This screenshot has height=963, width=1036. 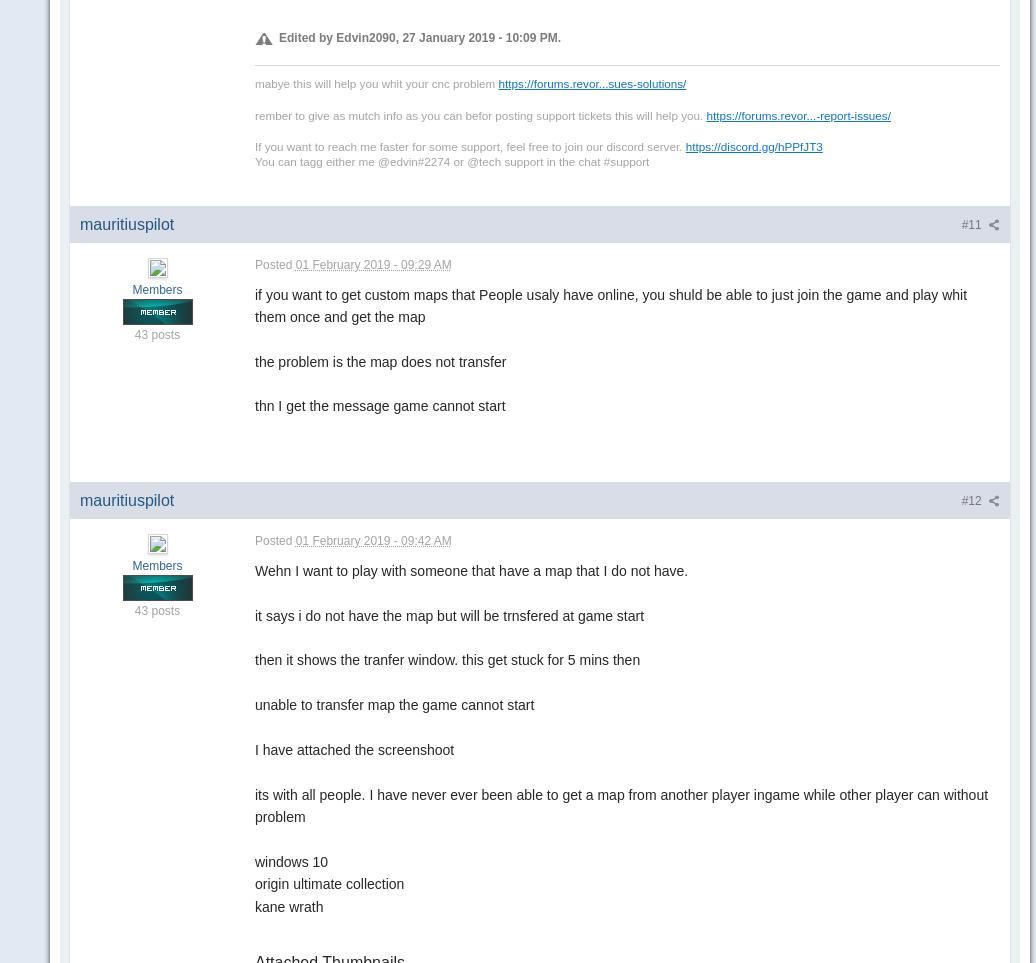 What do you see at coordinates (372, 540) in the screenshot?
I see `'01 February 2019 - 09:42 AM'` at bounding box center [372, 540].